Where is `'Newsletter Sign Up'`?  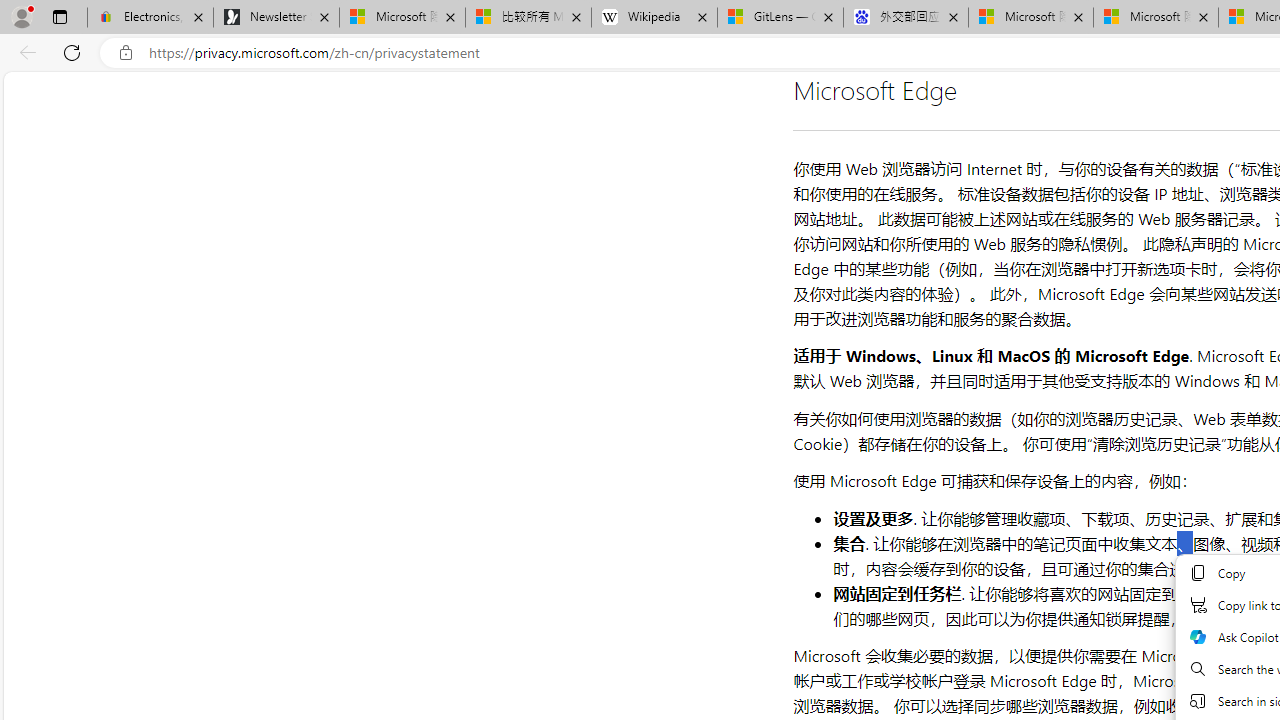
'Newsletter Sign Up' is located at coordinates (275, 17).